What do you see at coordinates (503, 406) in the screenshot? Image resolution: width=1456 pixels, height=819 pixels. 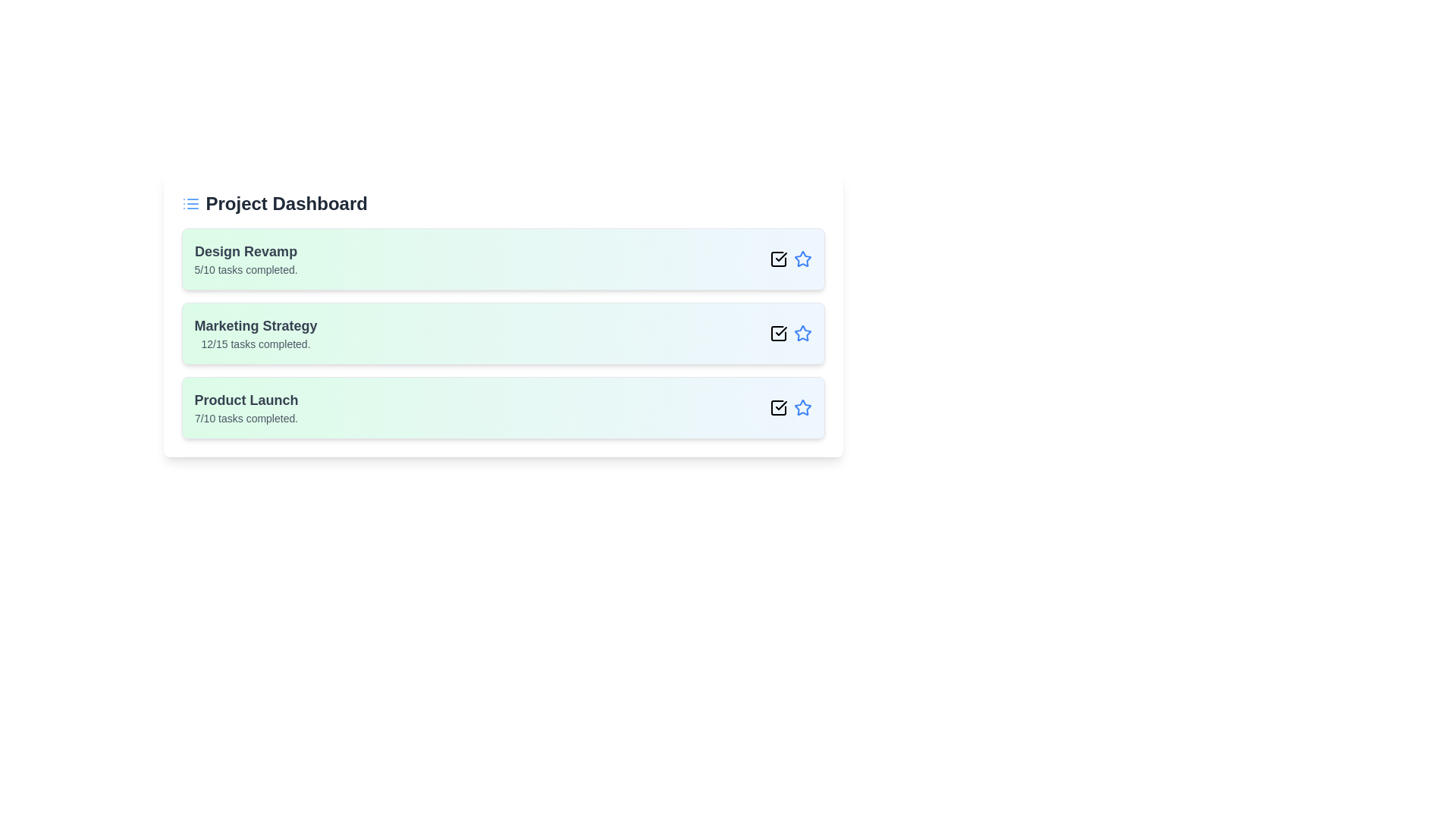 I see `the project item corresponding to Product Launch` at bounding box center [503, 406].